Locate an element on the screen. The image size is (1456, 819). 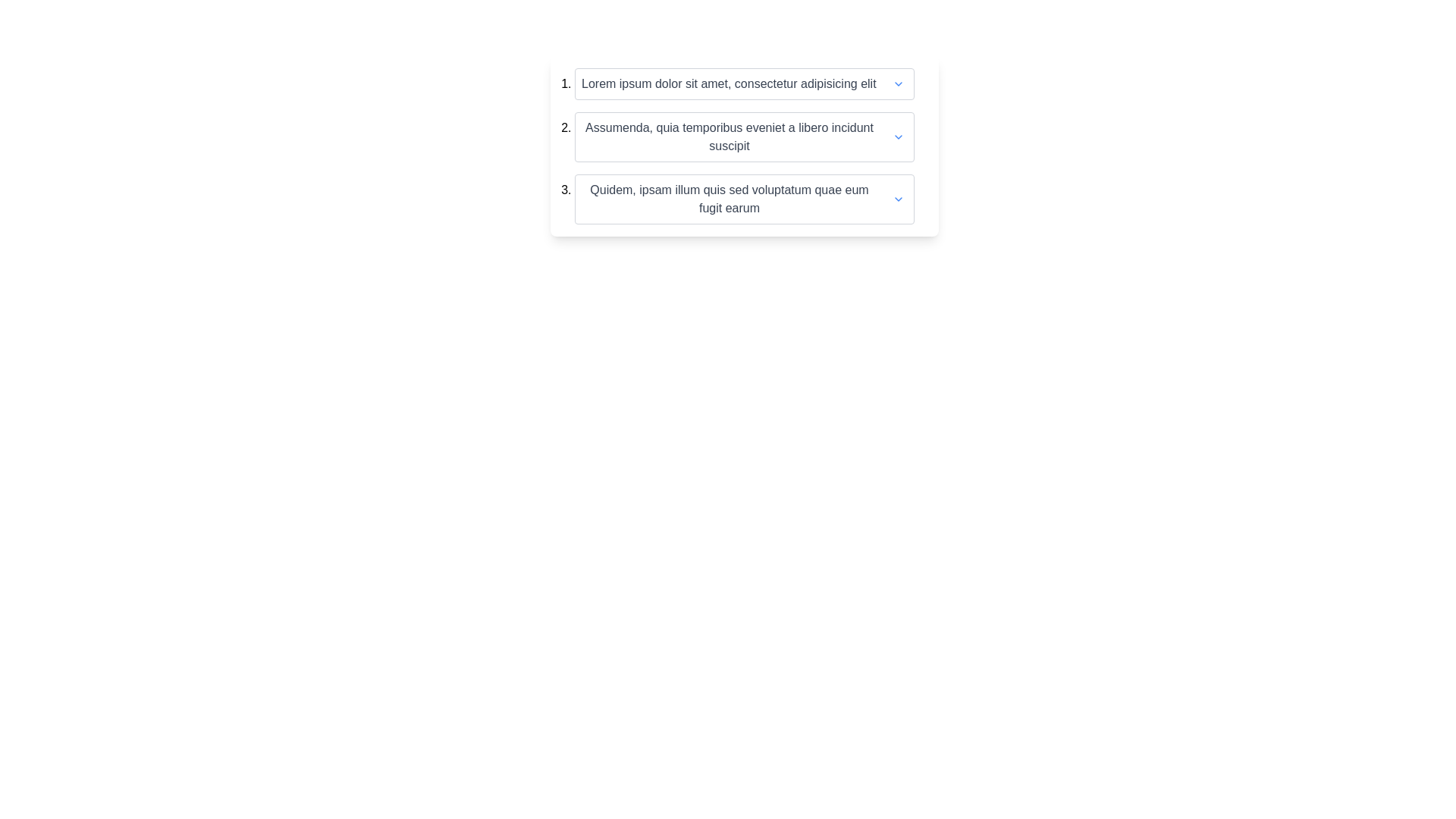
the second item is located at coordinates (745, 137).